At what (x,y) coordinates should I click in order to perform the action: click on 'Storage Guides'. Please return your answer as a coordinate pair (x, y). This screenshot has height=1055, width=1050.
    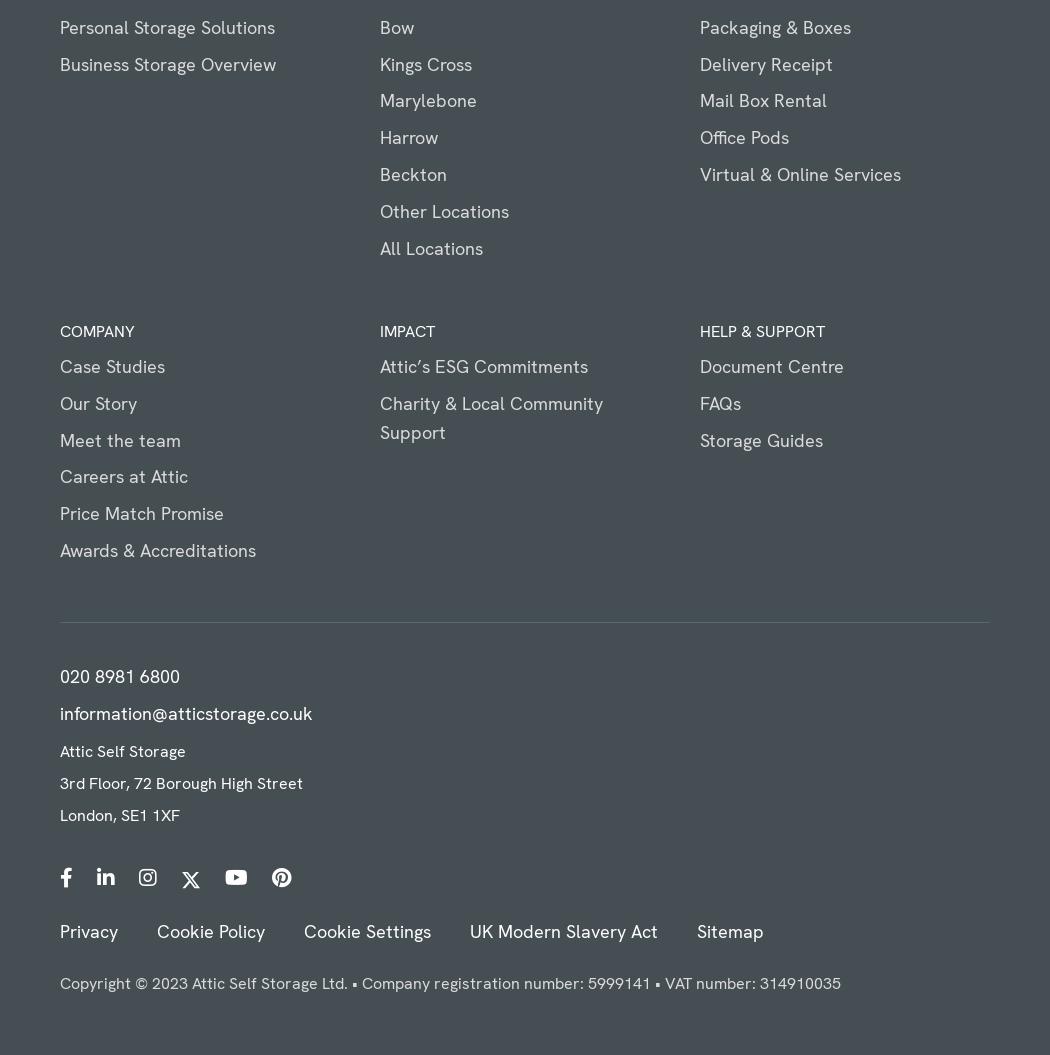
    Looking at the image, I should click on (698, 438).